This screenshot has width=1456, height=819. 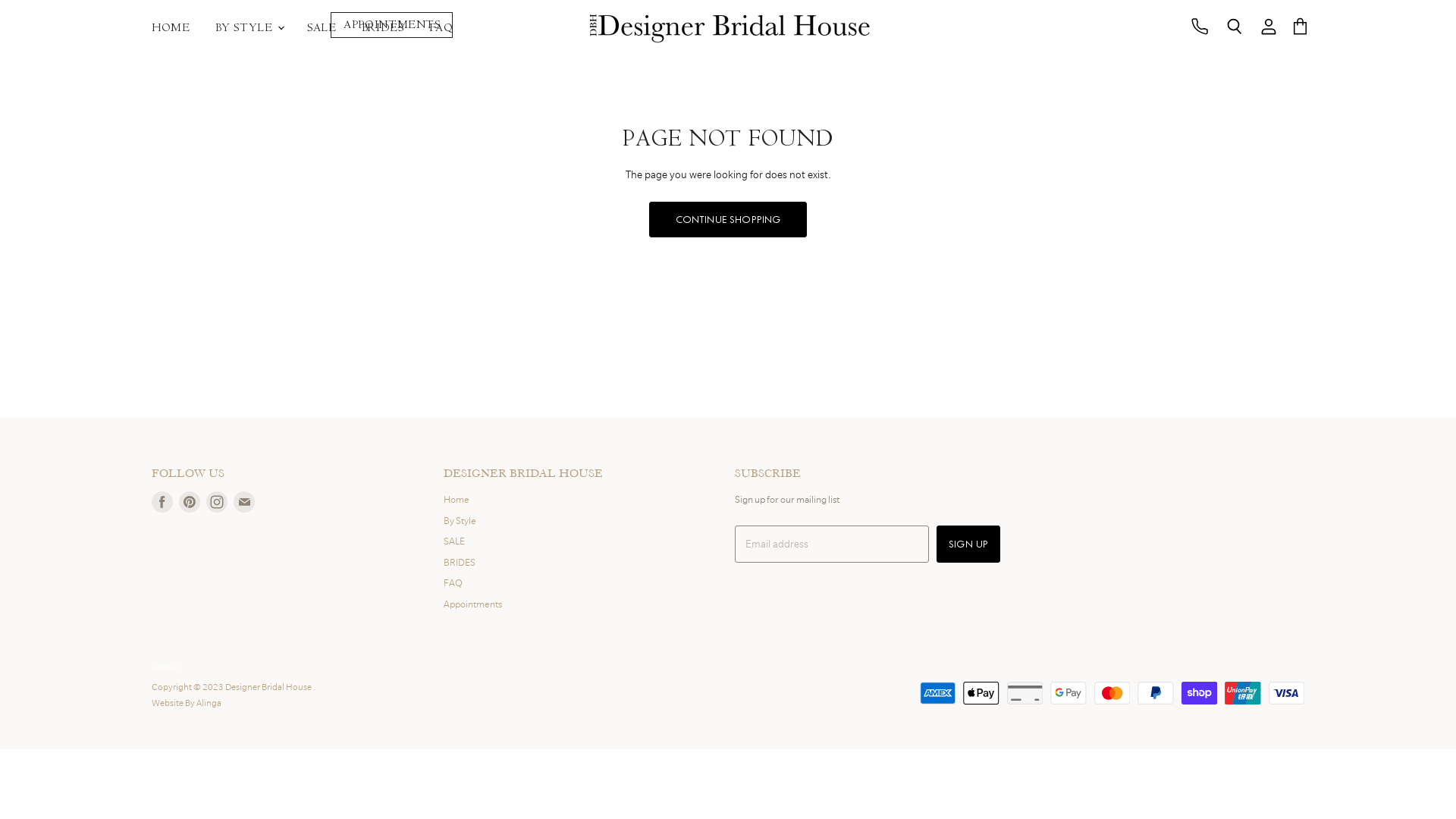 I want to click on 'FAQ', so click(x=440, y=27).